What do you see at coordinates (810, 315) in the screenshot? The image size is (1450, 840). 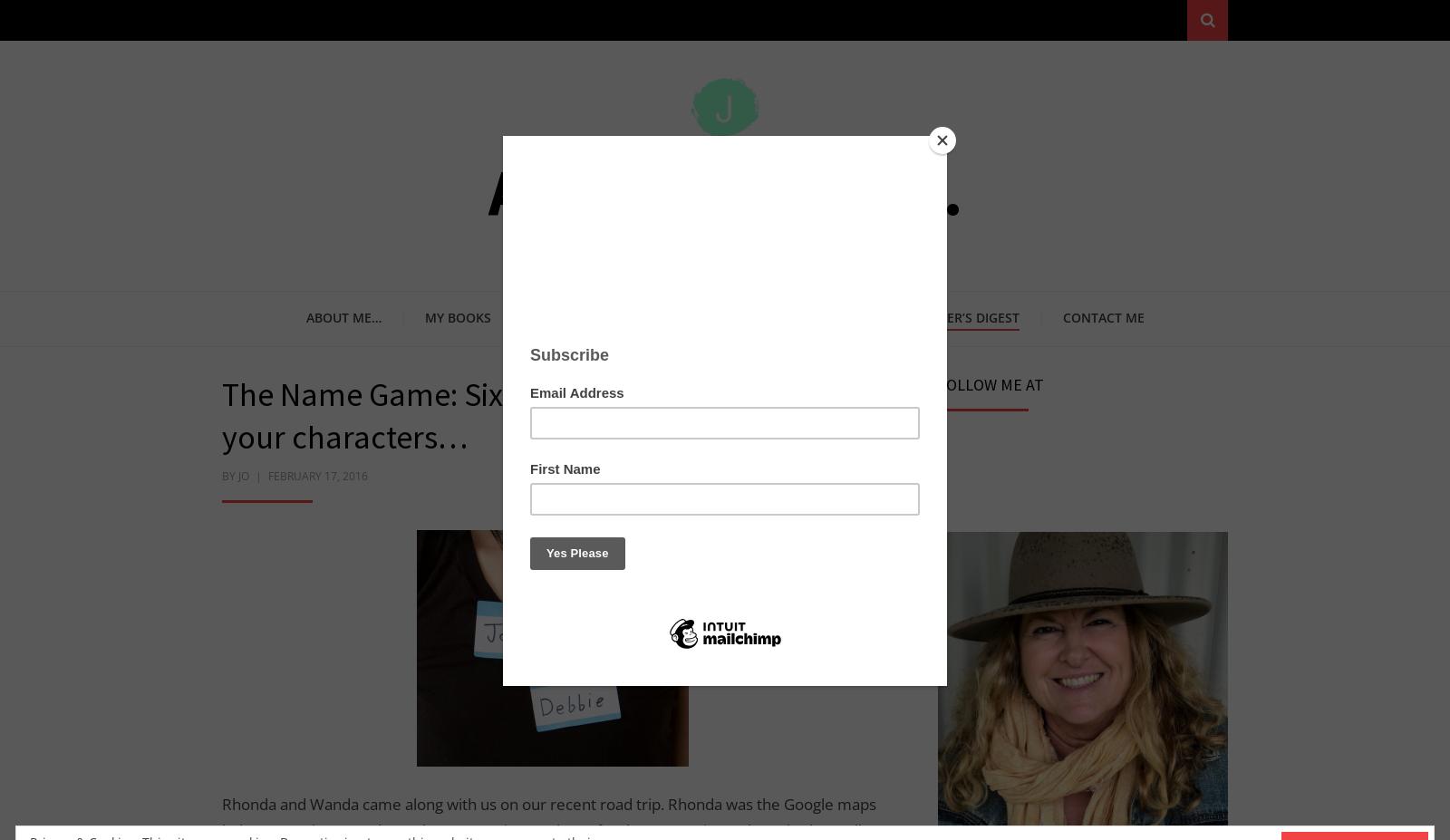 I see `'On My Bookshelf'` at bounding box center [810, 315].